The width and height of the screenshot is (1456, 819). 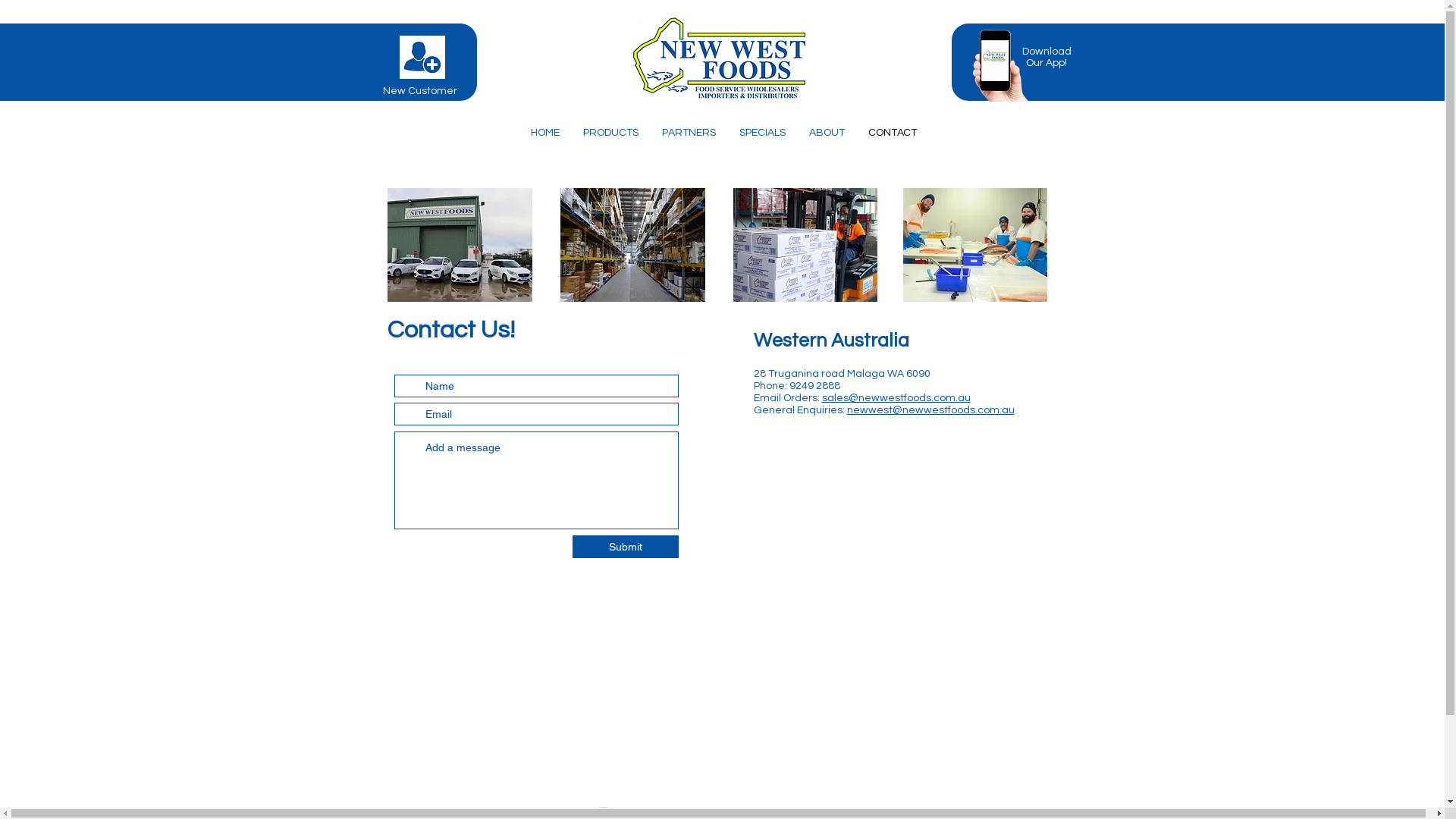 I want to click on 'HOME', so click(x=544, y=131).